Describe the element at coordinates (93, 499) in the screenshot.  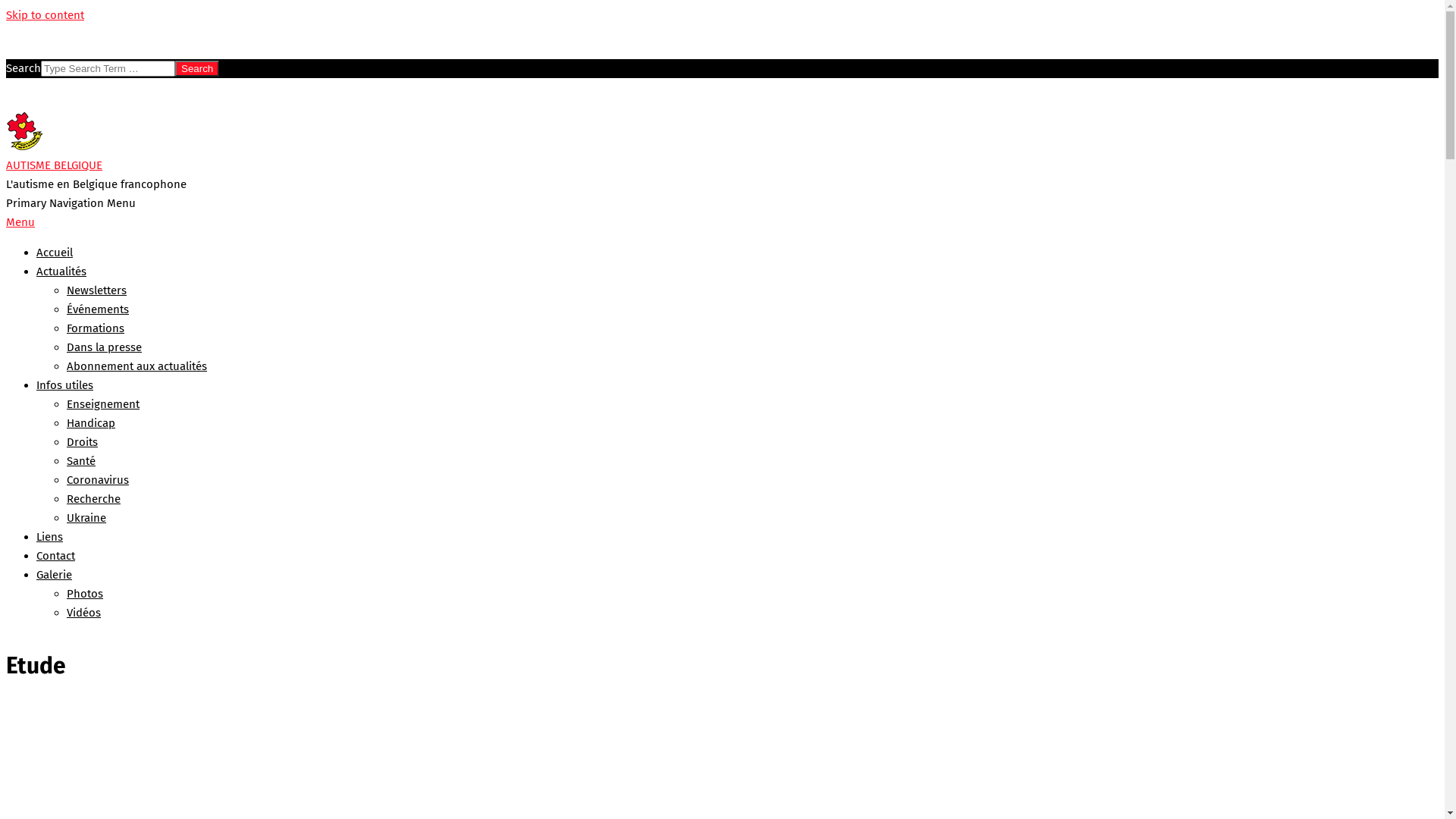
I see `'Recherche'` at that location.